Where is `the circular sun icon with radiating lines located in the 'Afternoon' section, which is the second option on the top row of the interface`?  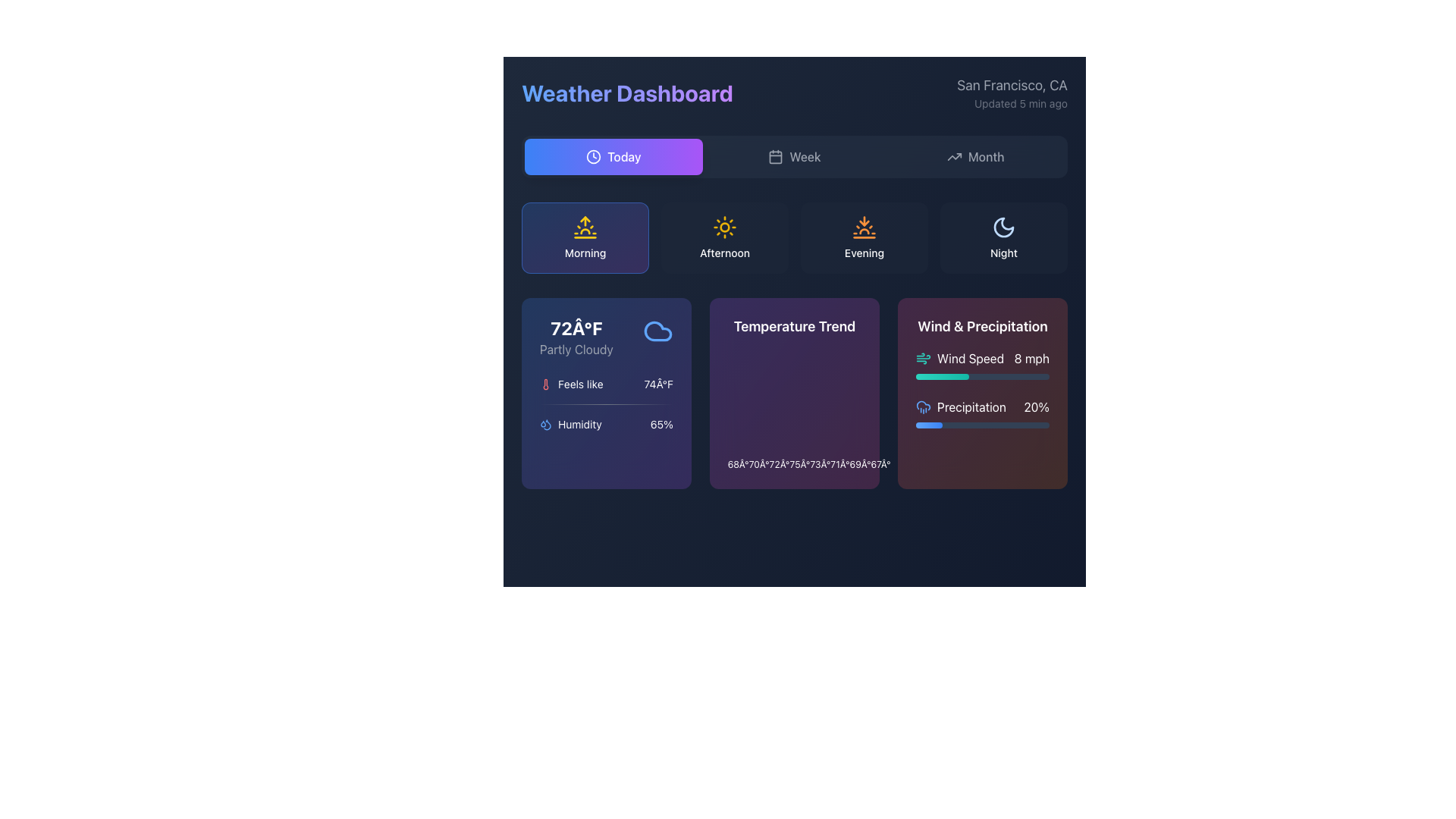
the circular sun icon with radiating lines located in the 'Afternoon' section, which is the second option on the top row of the interface is located at coordinates (723, 227).